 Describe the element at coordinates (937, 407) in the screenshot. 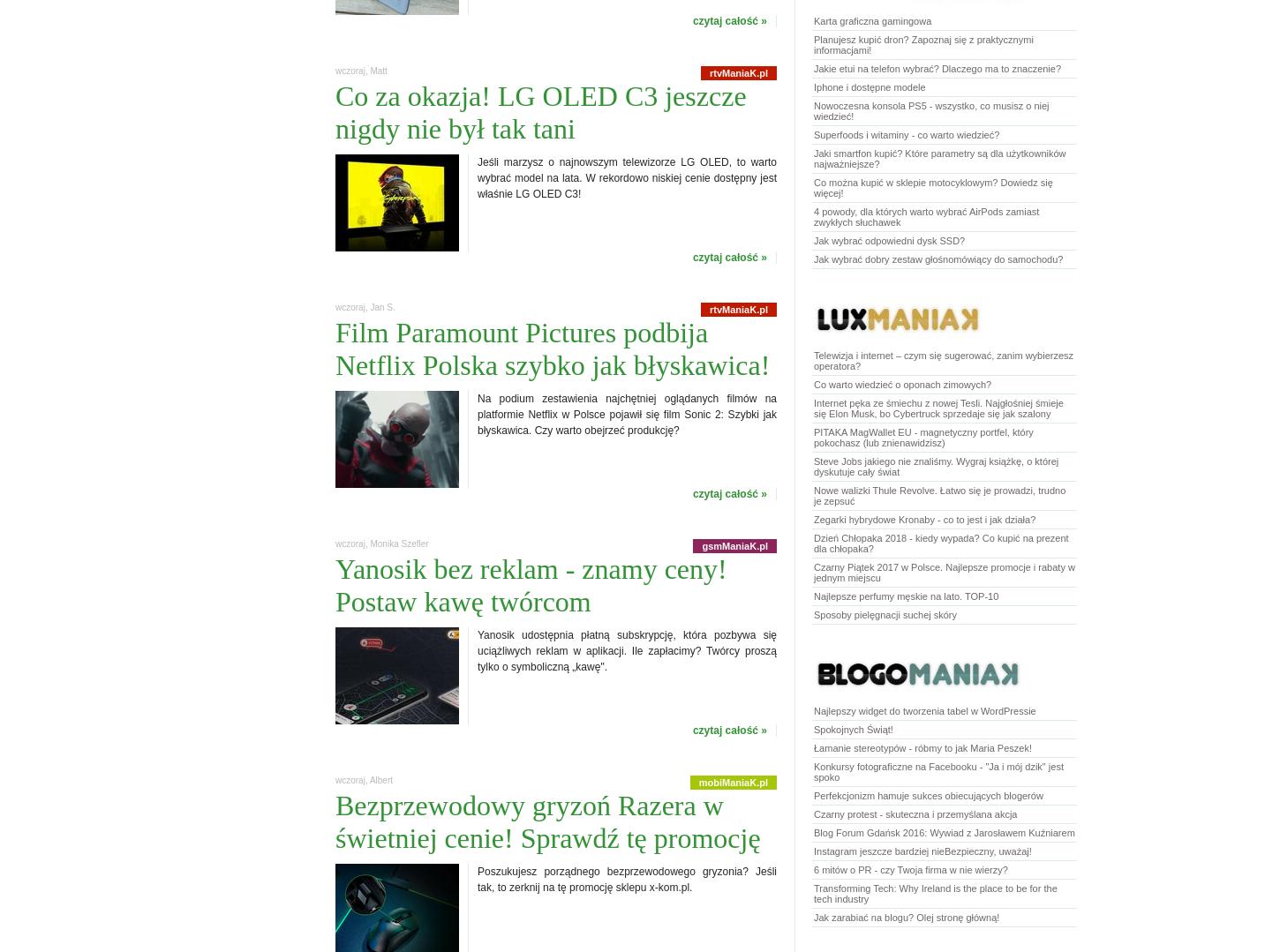

I see `'Internet pęka ze śmiechu z nowej Tesli. Najgłośniej śmieje się Elon Musk, bo Cybertruck sprzedaje się jak szalony'` at that location.